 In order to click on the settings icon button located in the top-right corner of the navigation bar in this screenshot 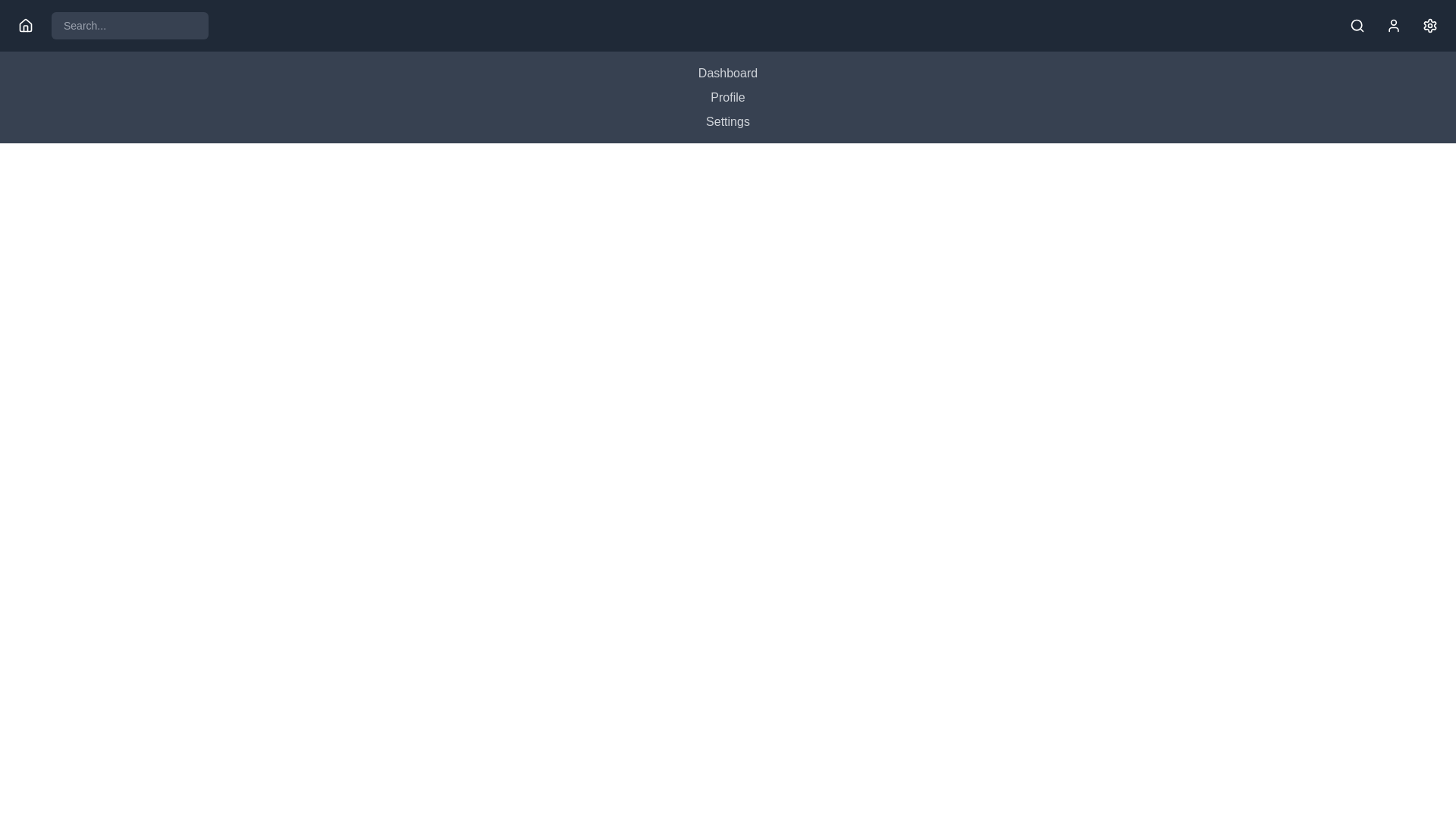, I will do `click(1429, 26)`.